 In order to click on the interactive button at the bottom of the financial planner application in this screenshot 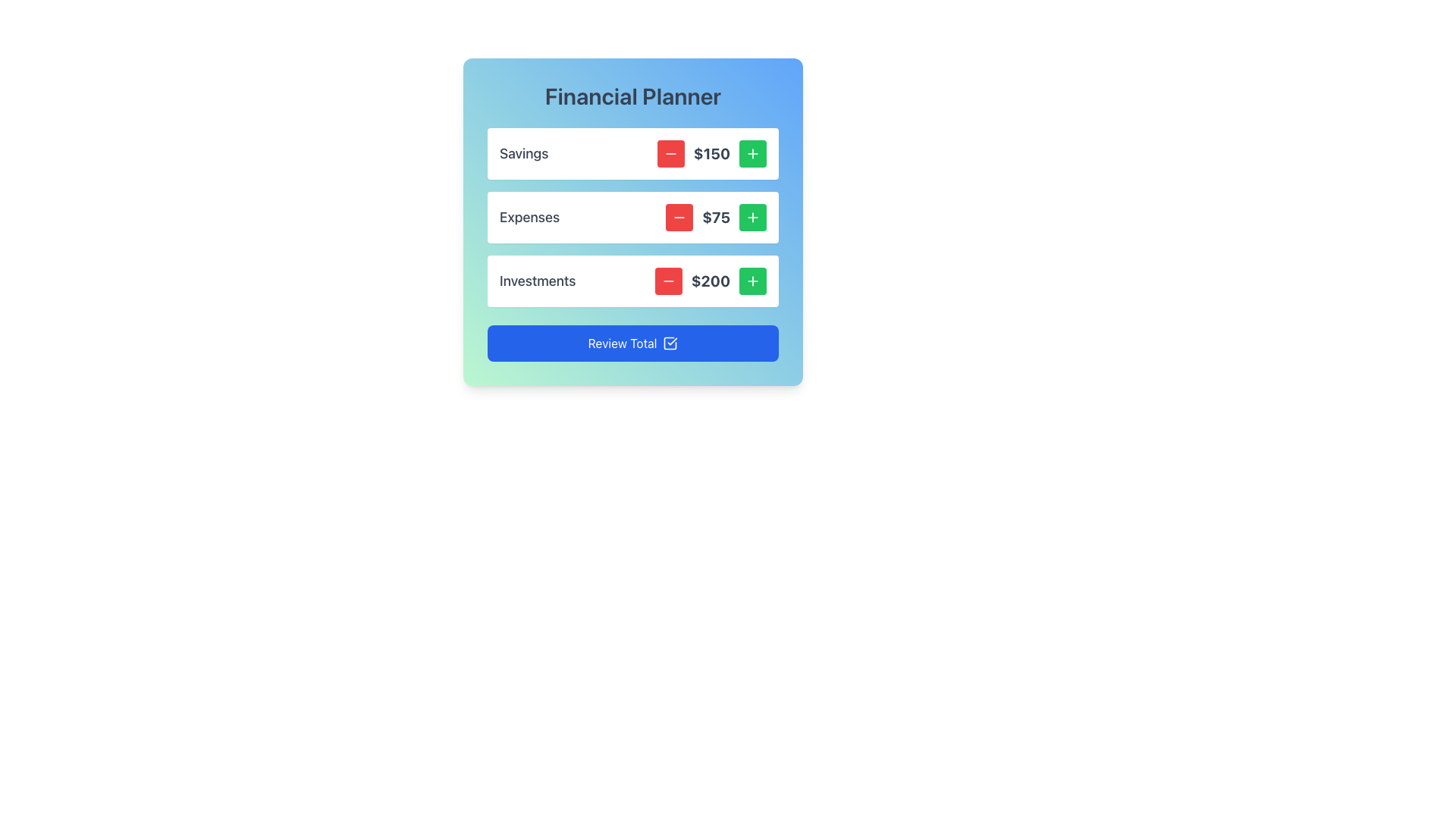, I will do `click(633, 343)`.